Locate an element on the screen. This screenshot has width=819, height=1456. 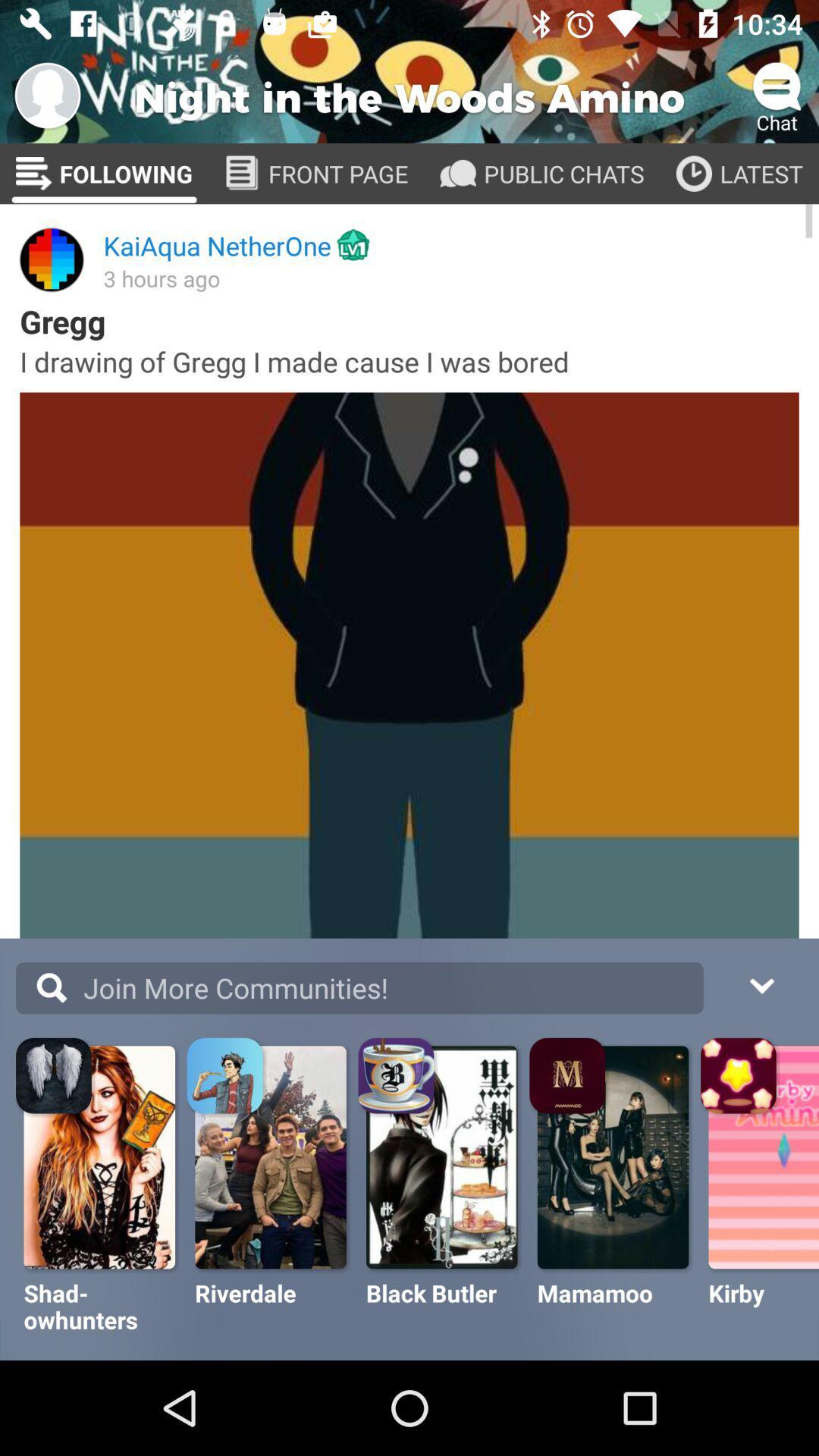
the image on the right next to the first image on the bottom corner of the web page is located at coordinates (227, 1077).